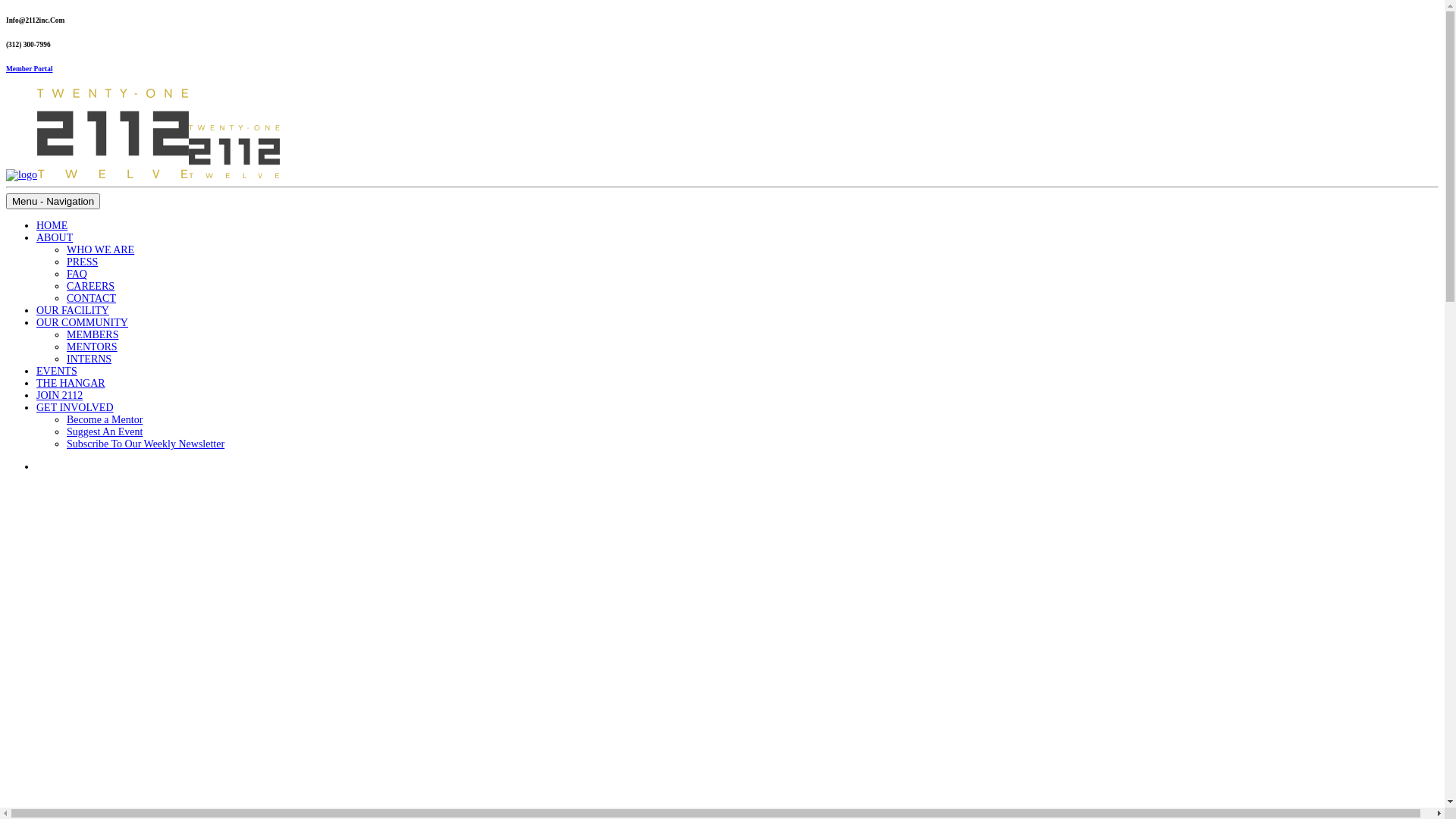  Describe the element at coordinates (55, 237) in the screenshot. I see `'ABOUT'` at that location.